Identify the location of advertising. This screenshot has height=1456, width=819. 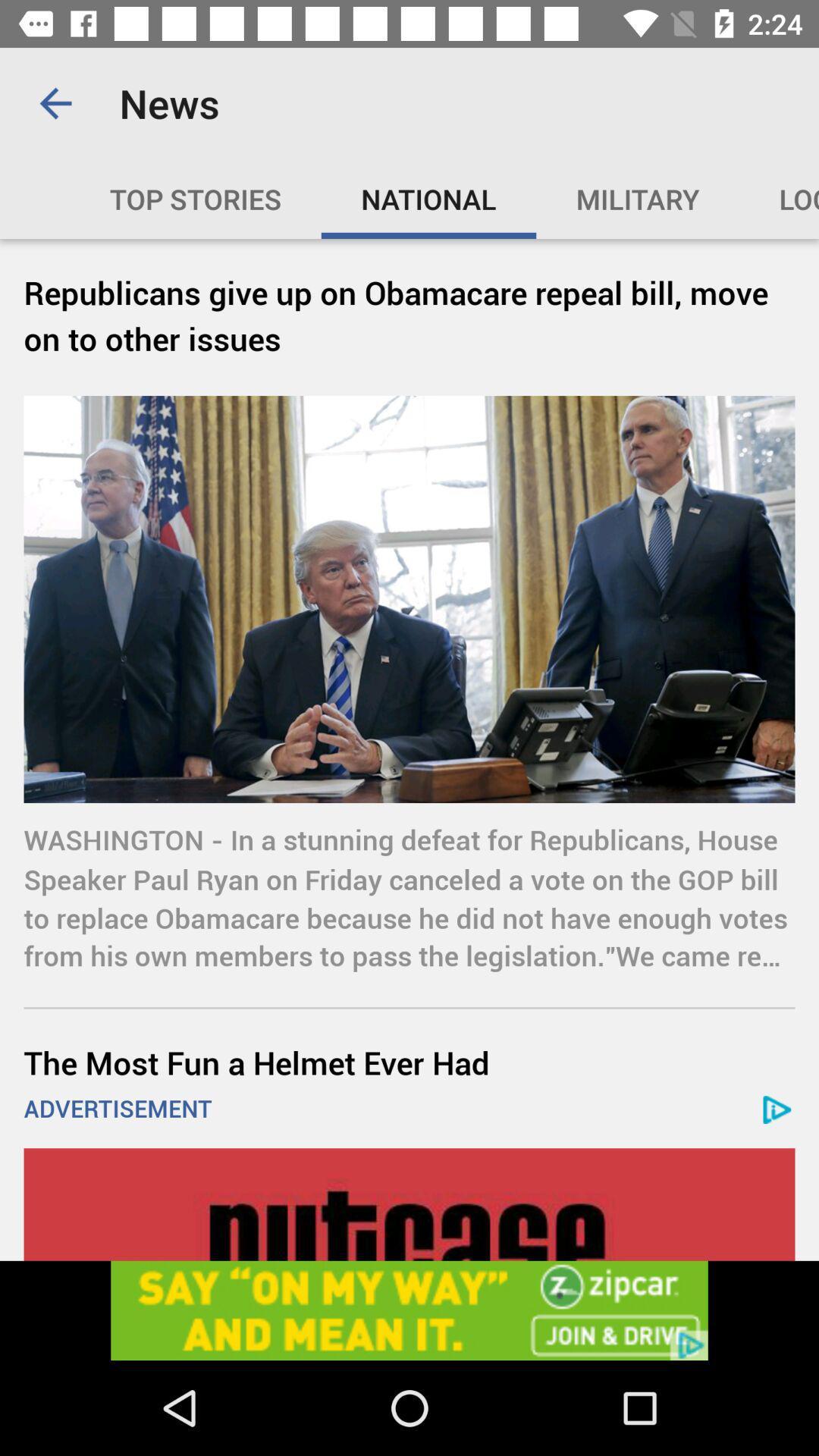
(409, 1203).